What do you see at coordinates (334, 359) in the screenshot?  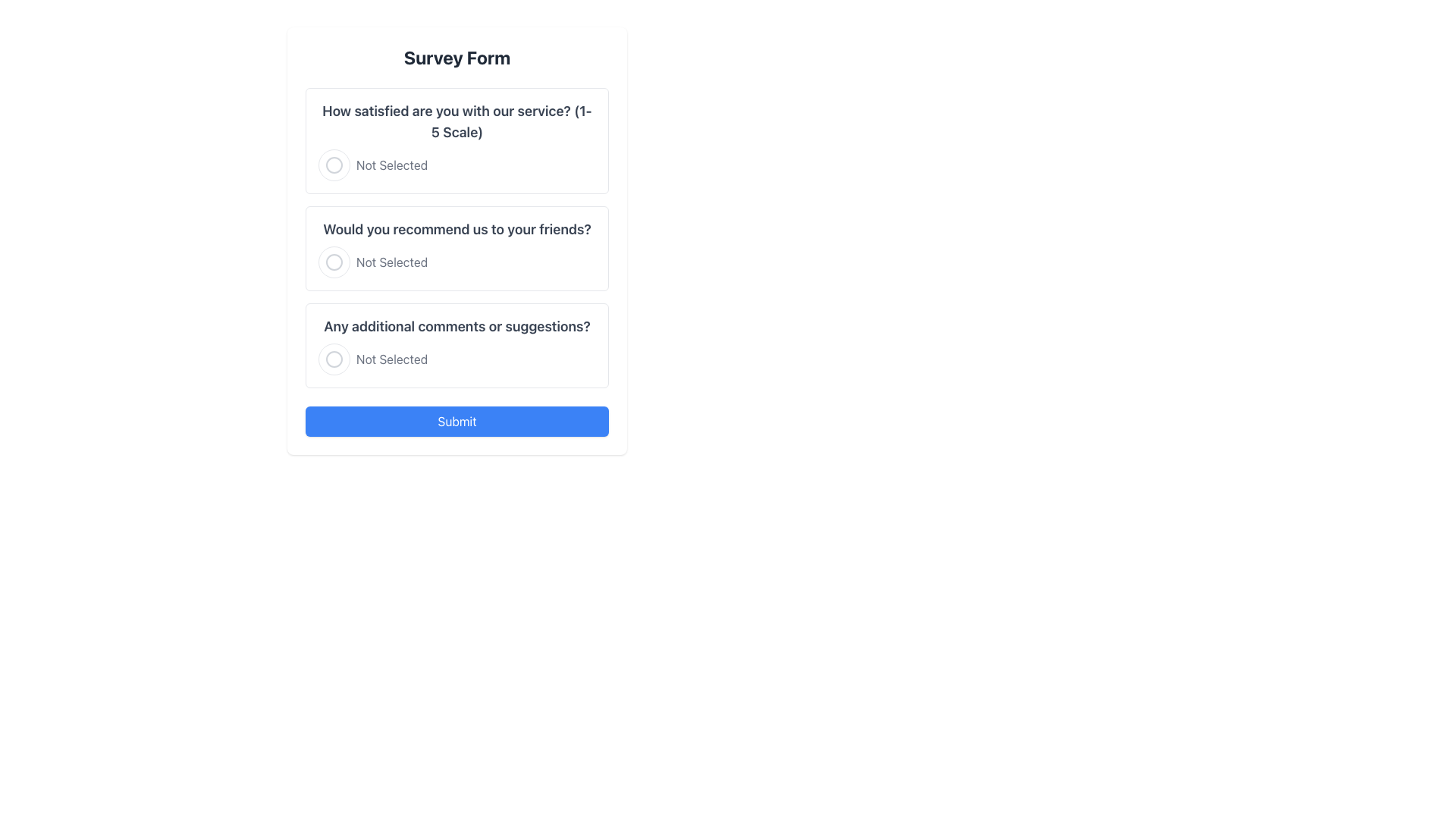 I see `the SVG Circle Element positioned to the left of the answer 'Not Selected' for the question 'Any additional comments or suggestions?'. This element serves as a visual input or selection indicator but is not interactive` at bounding box center [334, 359].